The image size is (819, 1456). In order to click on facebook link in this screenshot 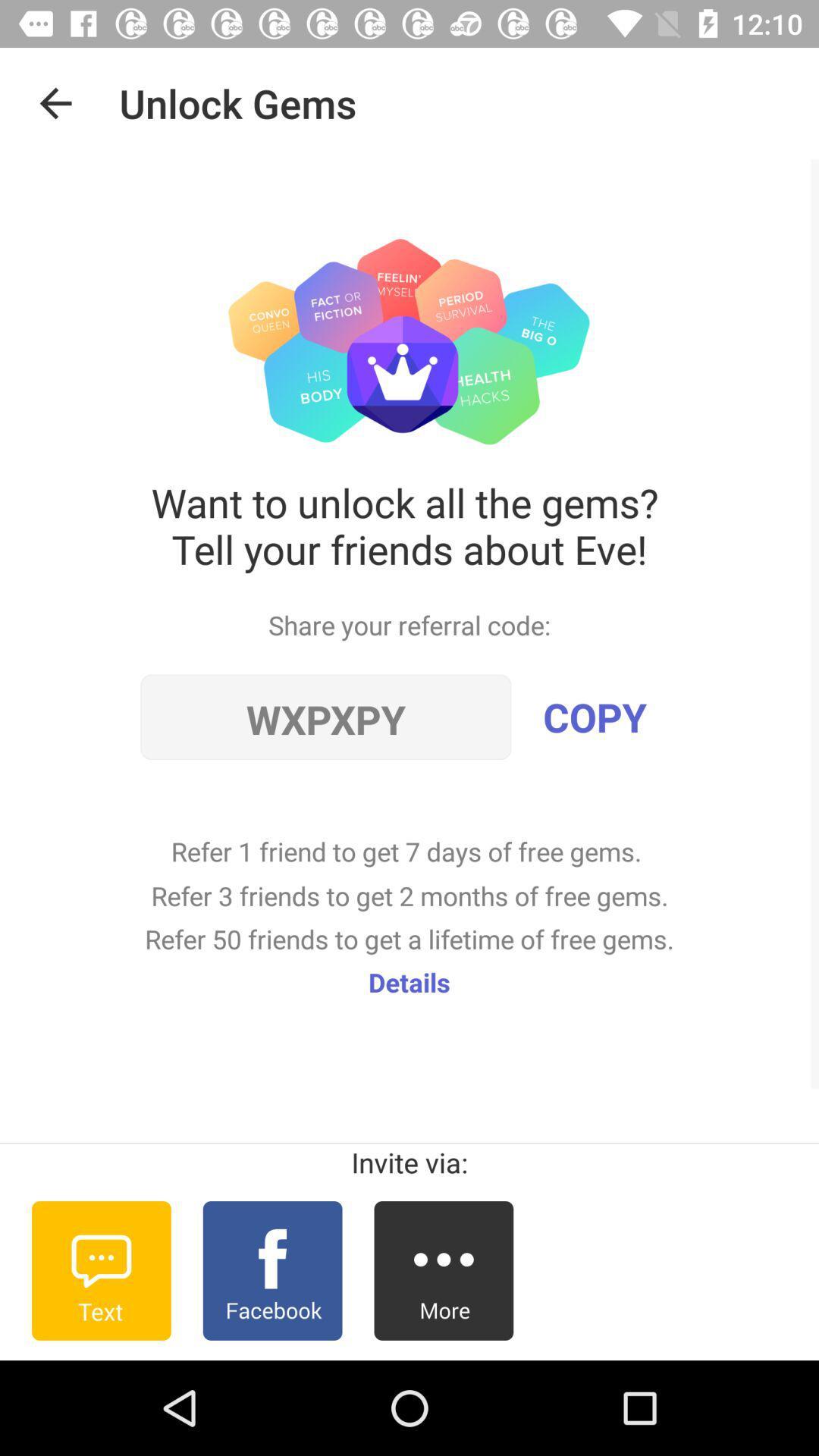, I will do `click(271, 1270)`.